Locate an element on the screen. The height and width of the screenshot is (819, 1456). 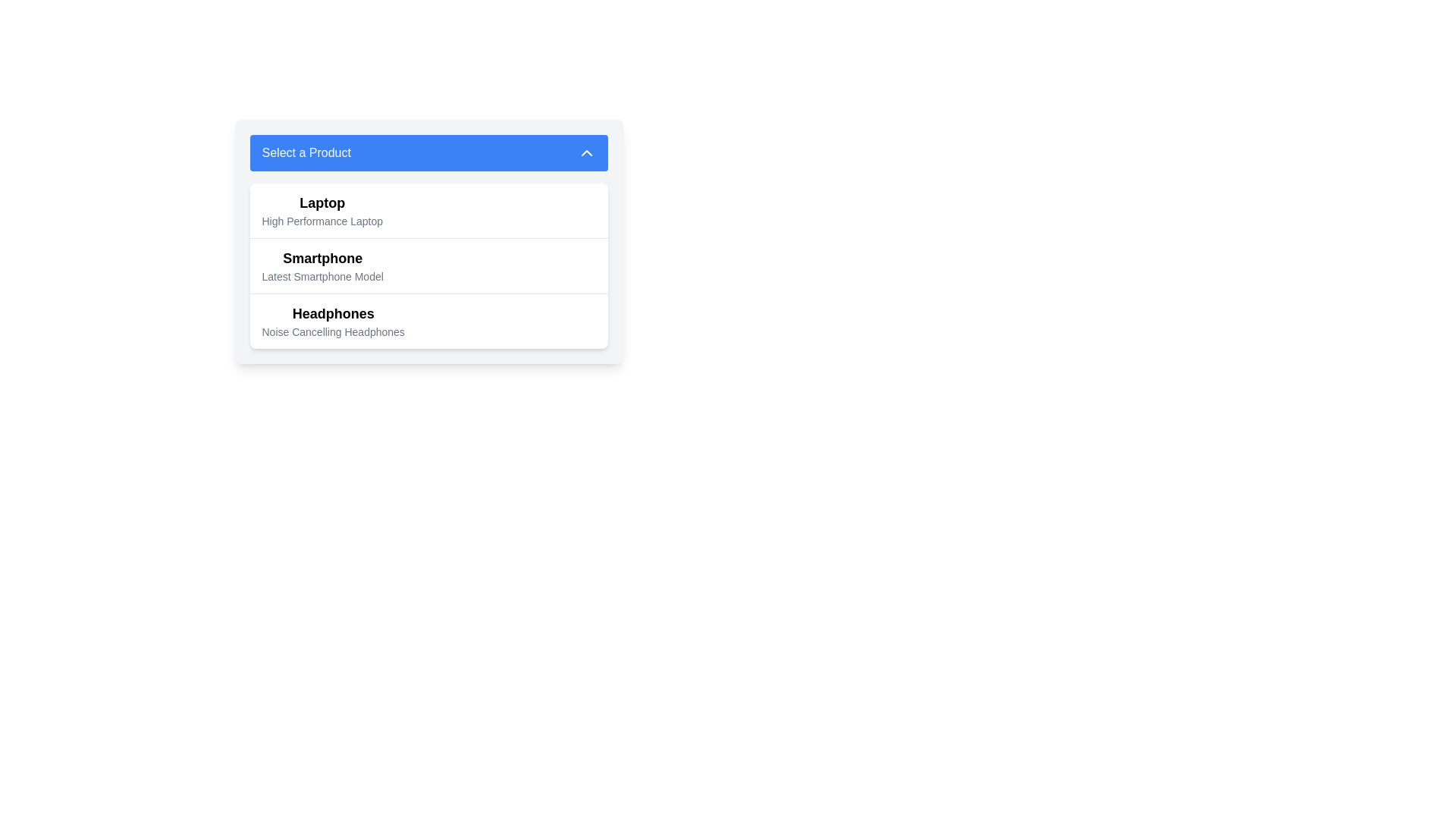
the 'Headphones' text label, which is styled in a bold, large font and serves as the heading of the third item in the list below the 'Select a Product' dropdown is located at coordinates (332, 312).